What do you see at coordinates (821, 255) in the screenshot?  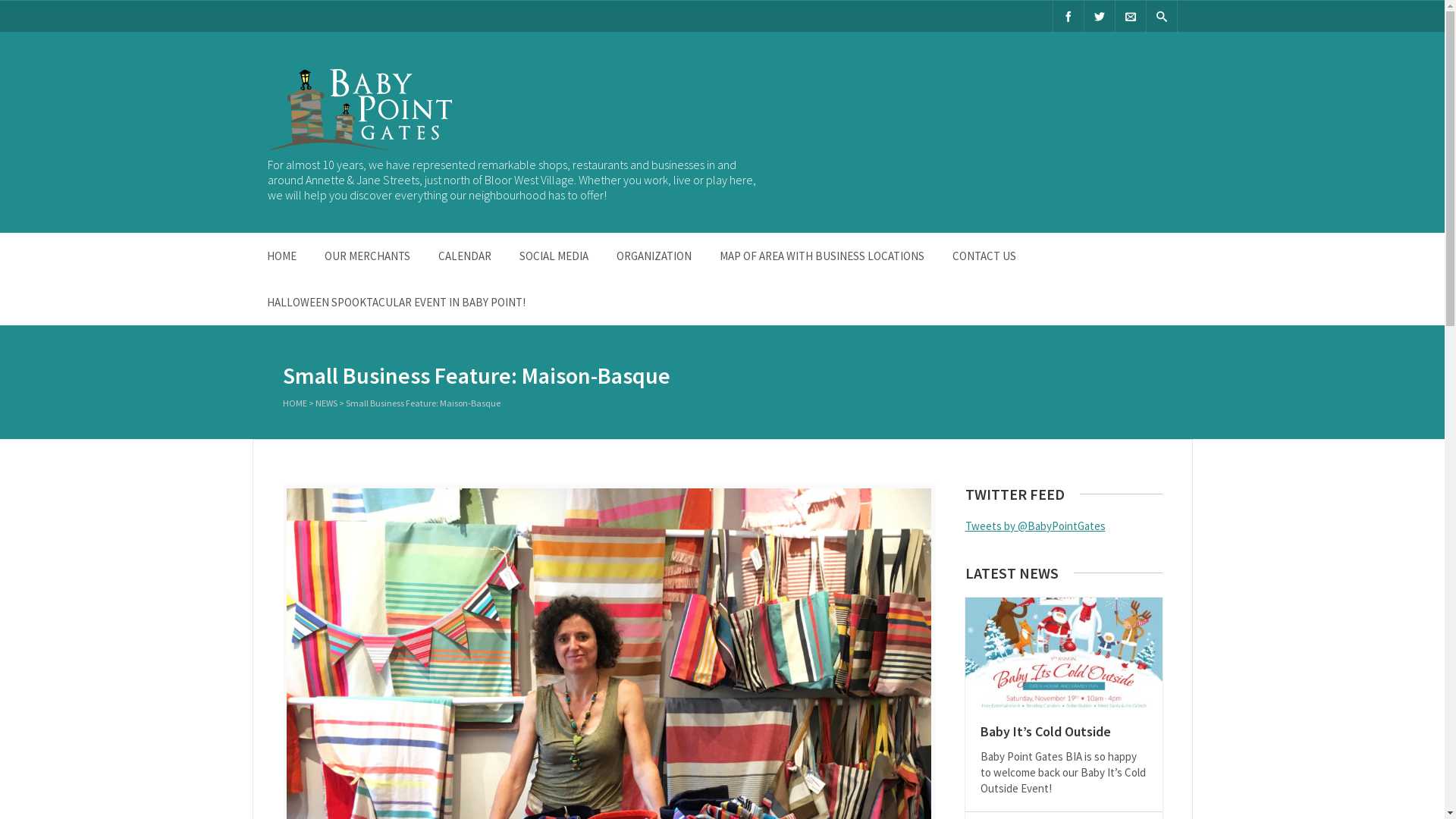 I see `'MAP OF AREA WITH BUSINESS LOCATIONS'` at bounding box center [821, 255].